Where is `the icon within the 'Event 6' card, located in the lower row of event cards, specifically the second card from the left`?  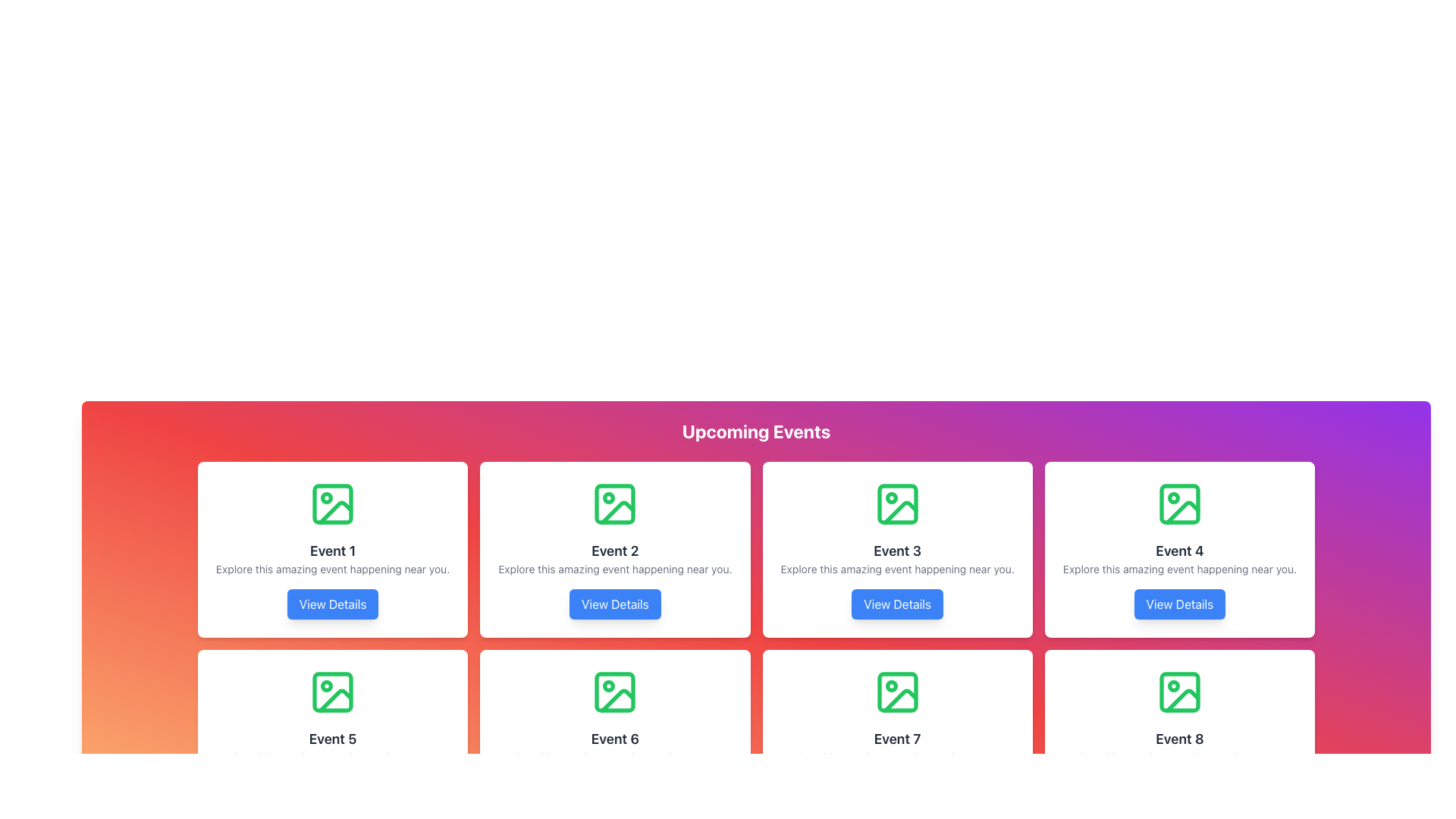
the icon within the 'Event 6' card, located in the lower row of event cards, specifically the second card from the left is located at coordinates (609, 686).